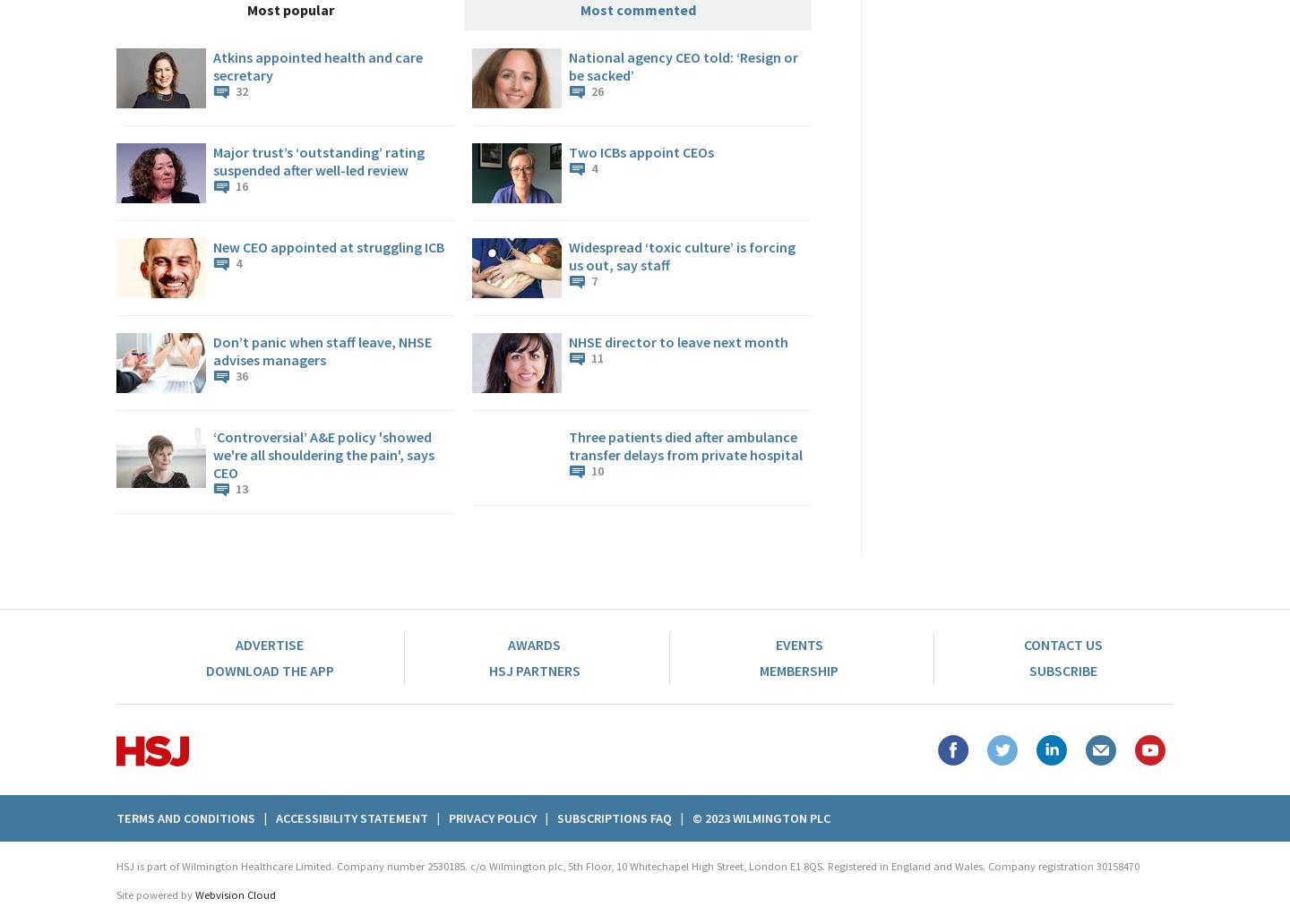 This screenshot has height=924, width=1290. Describe the element at coordinates (185, 817) in the screenshot. I see `'Terms And Conditions'` at that location.